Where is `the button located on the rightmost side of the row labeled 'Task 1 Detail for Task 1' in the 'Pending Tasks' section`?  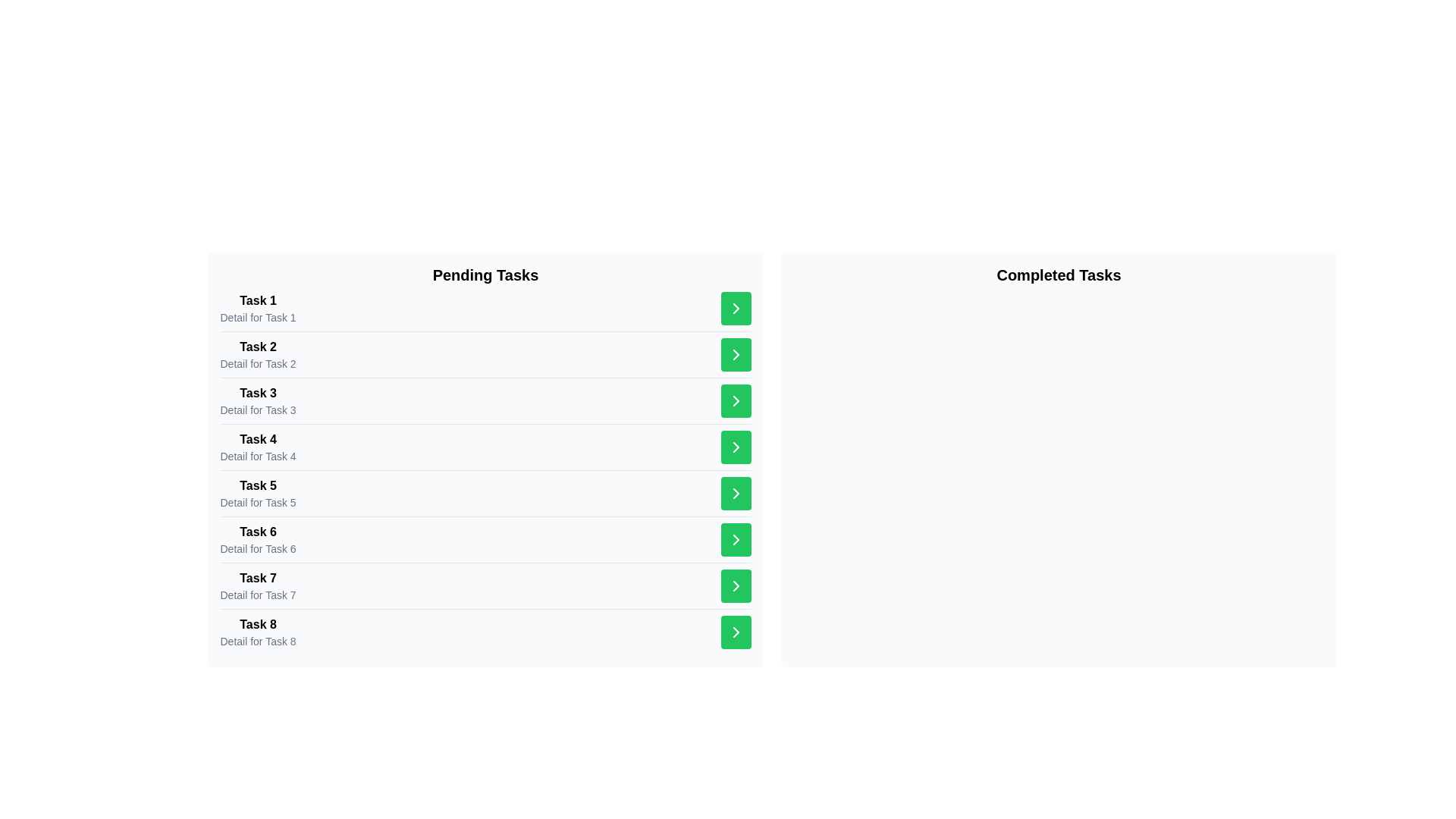 the button located on the rightmost side of the row labeled 'Task 1 Detail for Task 1' in the 'Pending Tasks' section is located at coordinates (736, 308).